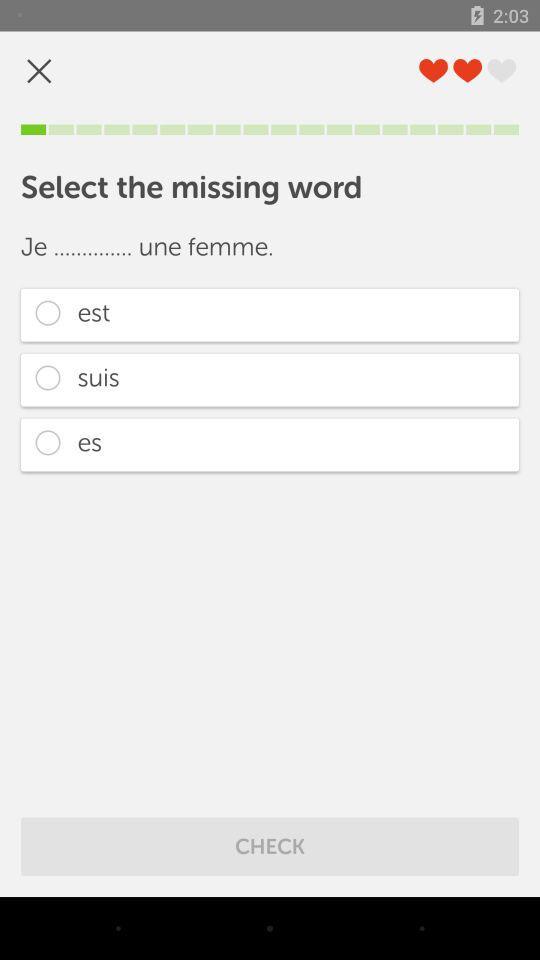 Image resolution: width=540 pixels, height=960 pixels. I want to click on the close icon, so click(39, 71).